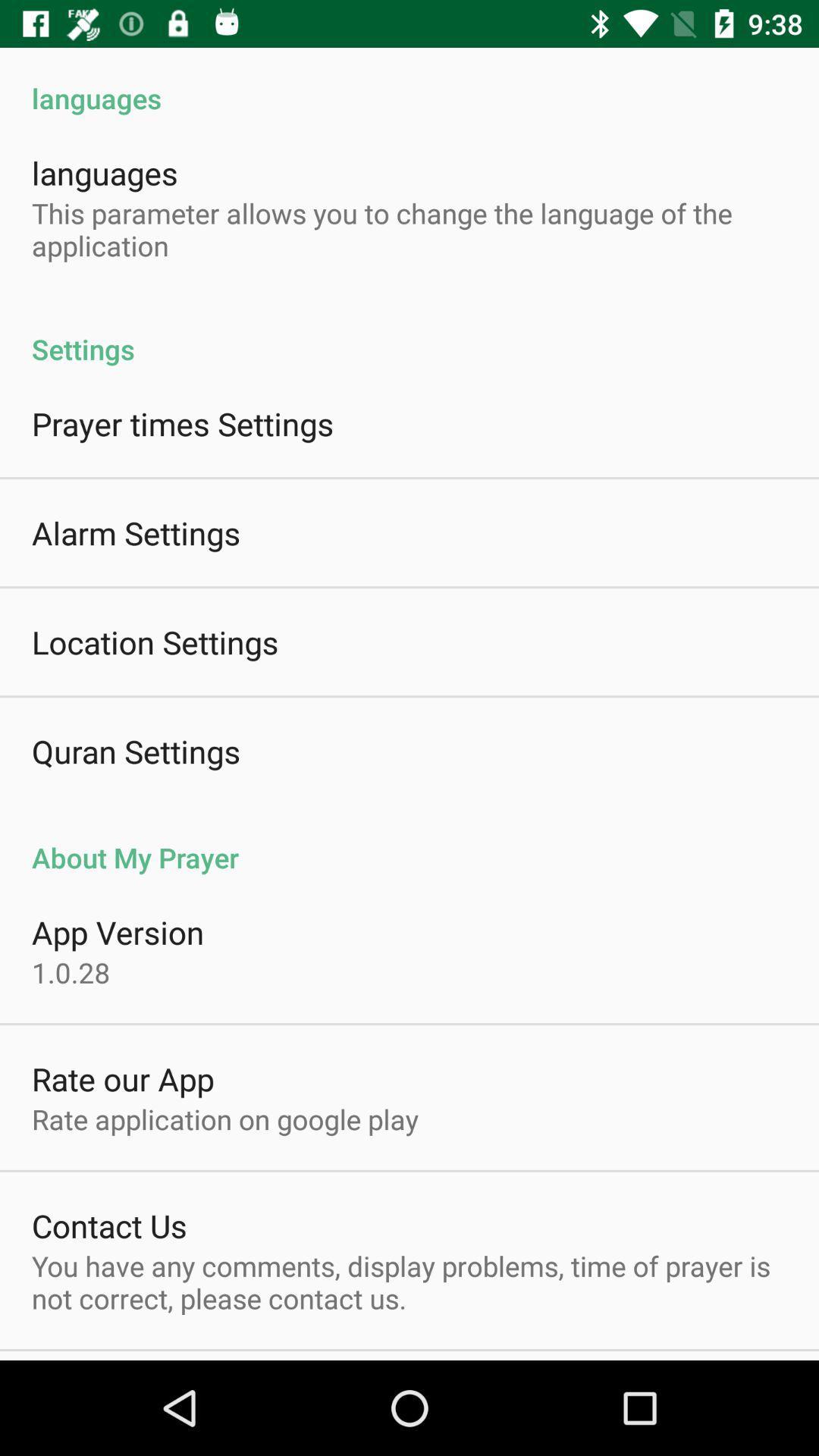 The image size is (819, 1456). Describe the element at coordinates (117, 931) in the screenshot. I see `item below about my prayer` at that location.